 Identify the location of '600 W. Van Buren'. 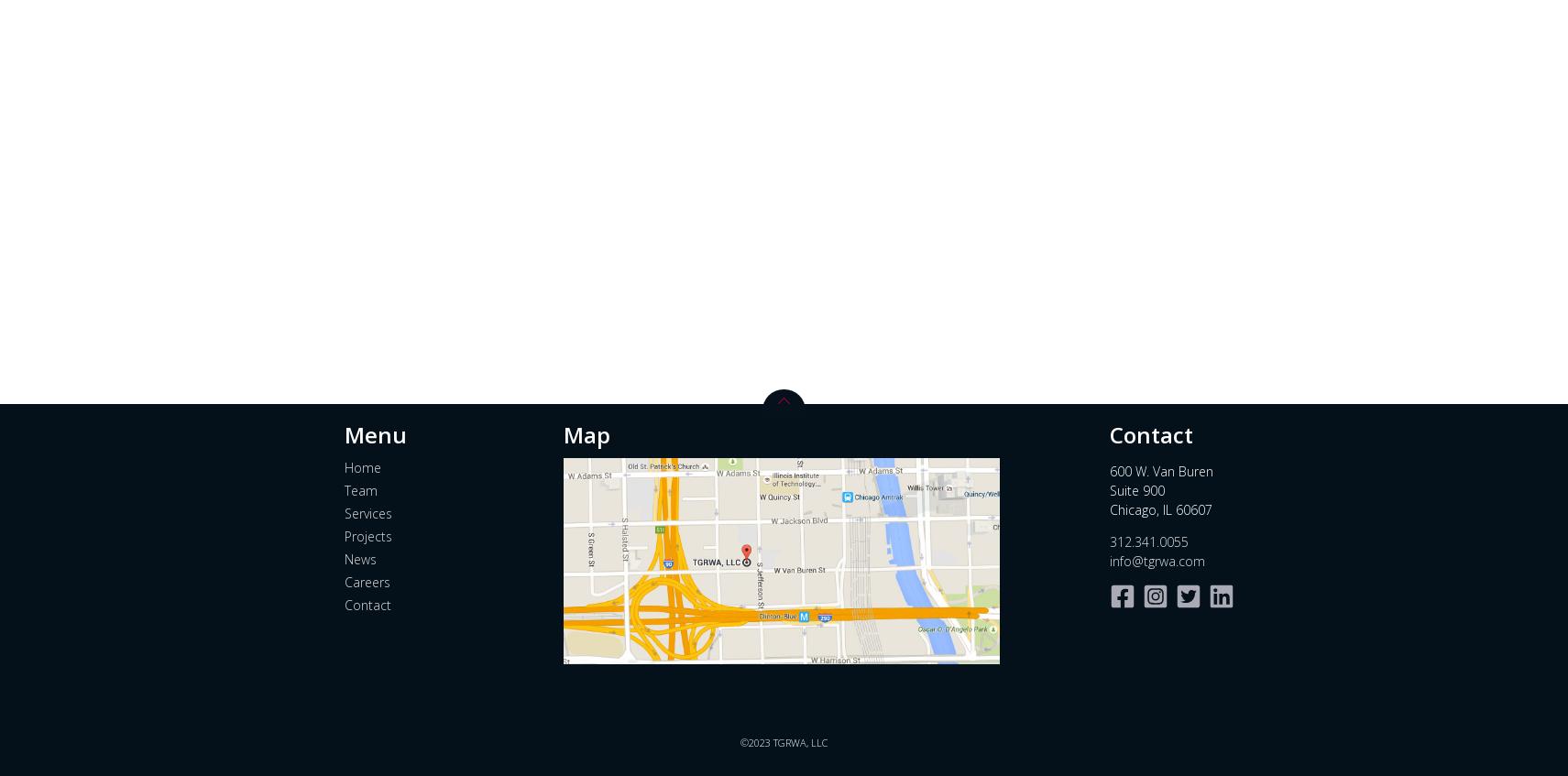
(1159, 469).